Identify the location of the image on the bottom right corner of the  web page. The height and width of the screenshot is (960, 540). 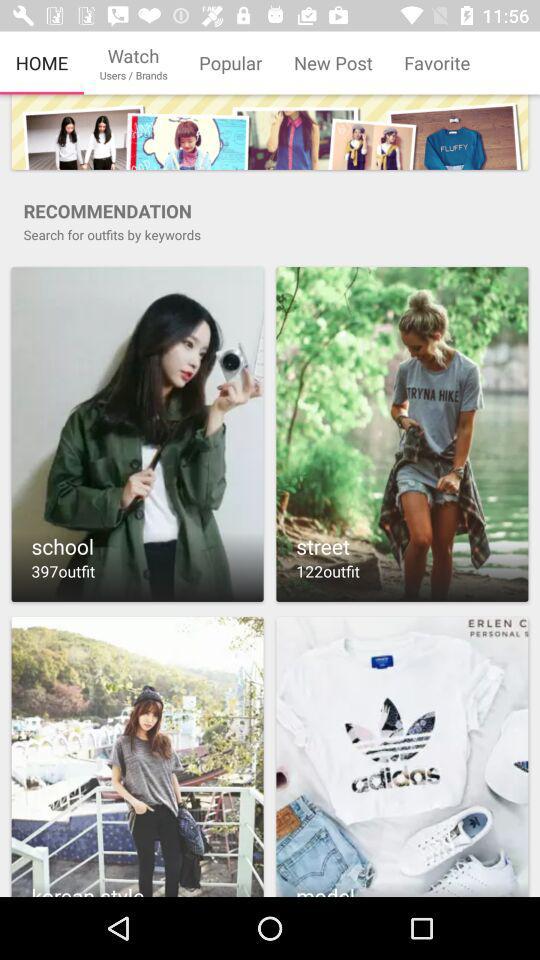
(402, 753).